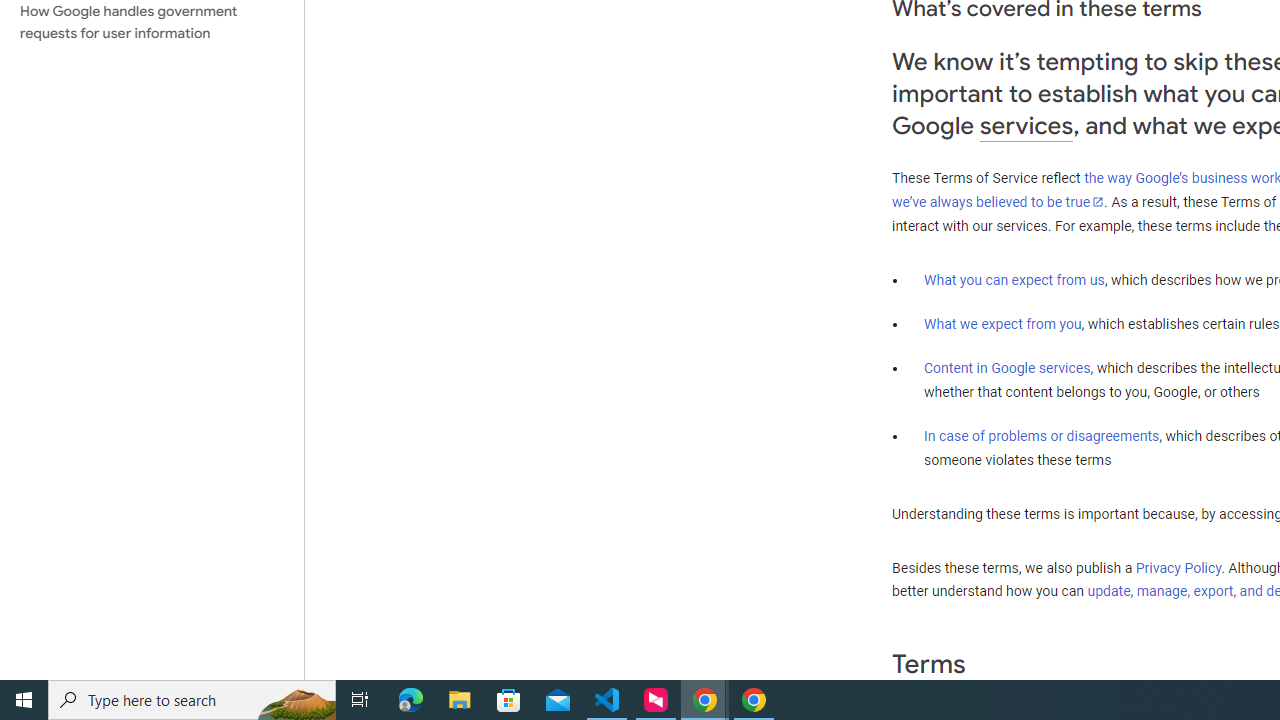  What do you see at coordinates (1026, 125) in the screenshot?
I see `'services'` at bounding box center [1026, 125].